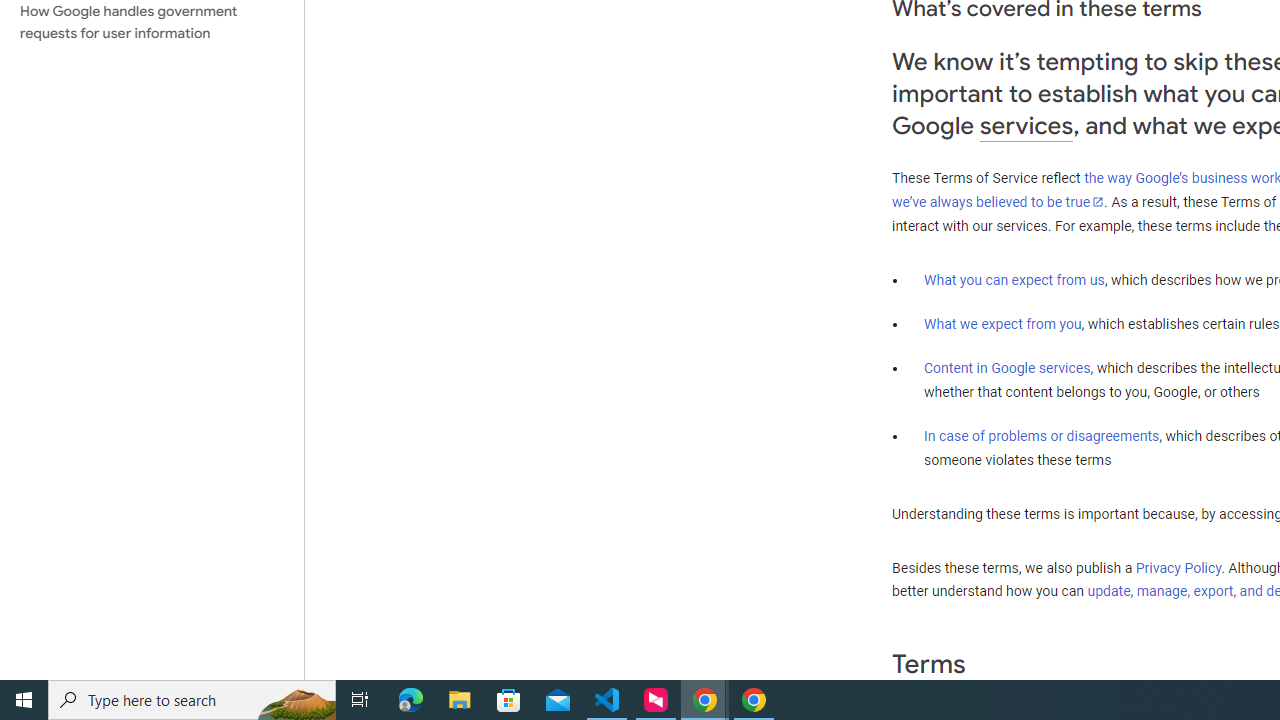  What do you see at coordinates (1026, 125) in the screenshot?
I see `'services'` at bounding box center [1026, 125].